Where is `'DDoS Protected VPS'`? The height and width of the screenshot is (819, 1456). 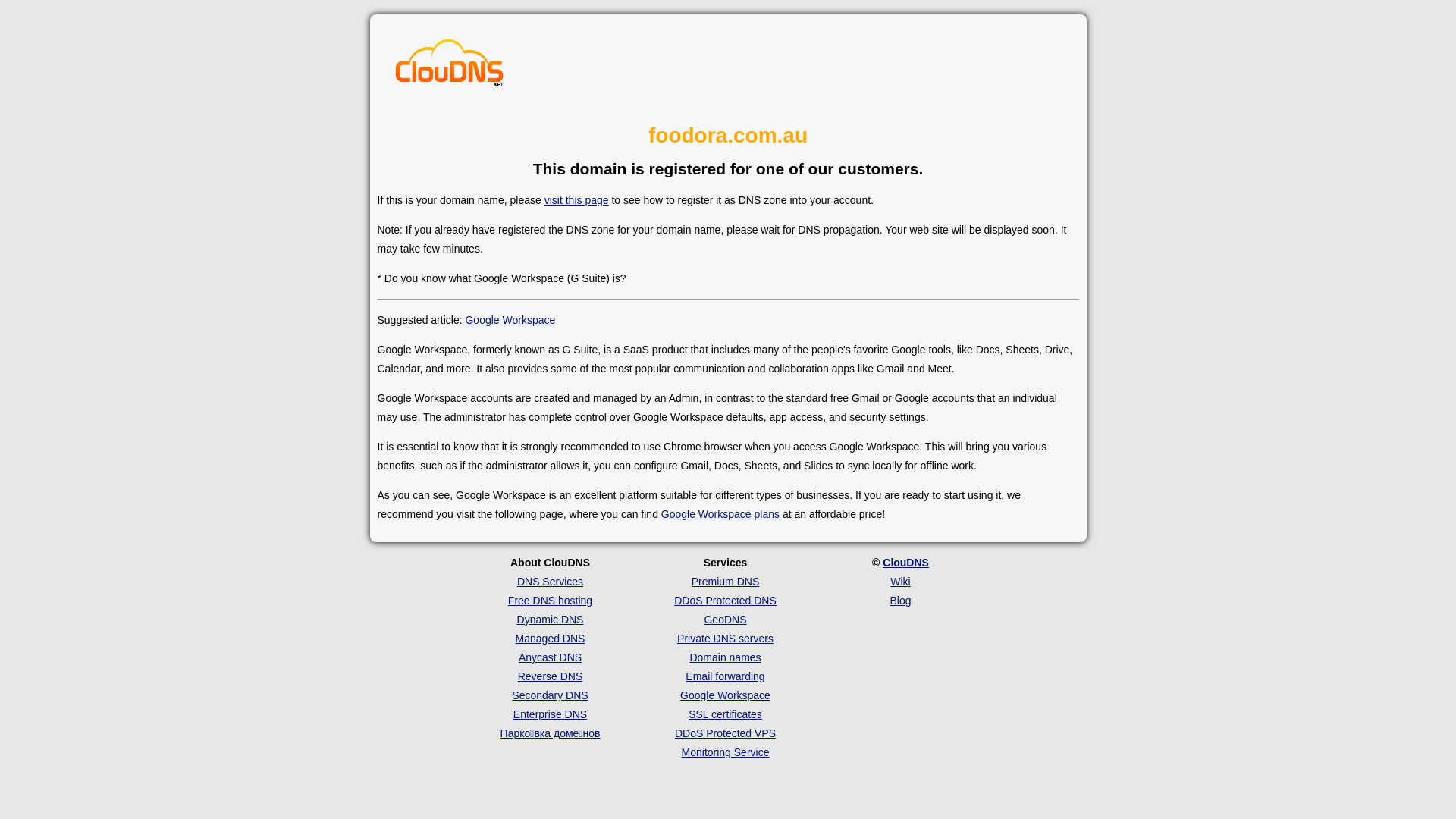 'DDoS Protected VPS' is located at coordinates (724, 733).